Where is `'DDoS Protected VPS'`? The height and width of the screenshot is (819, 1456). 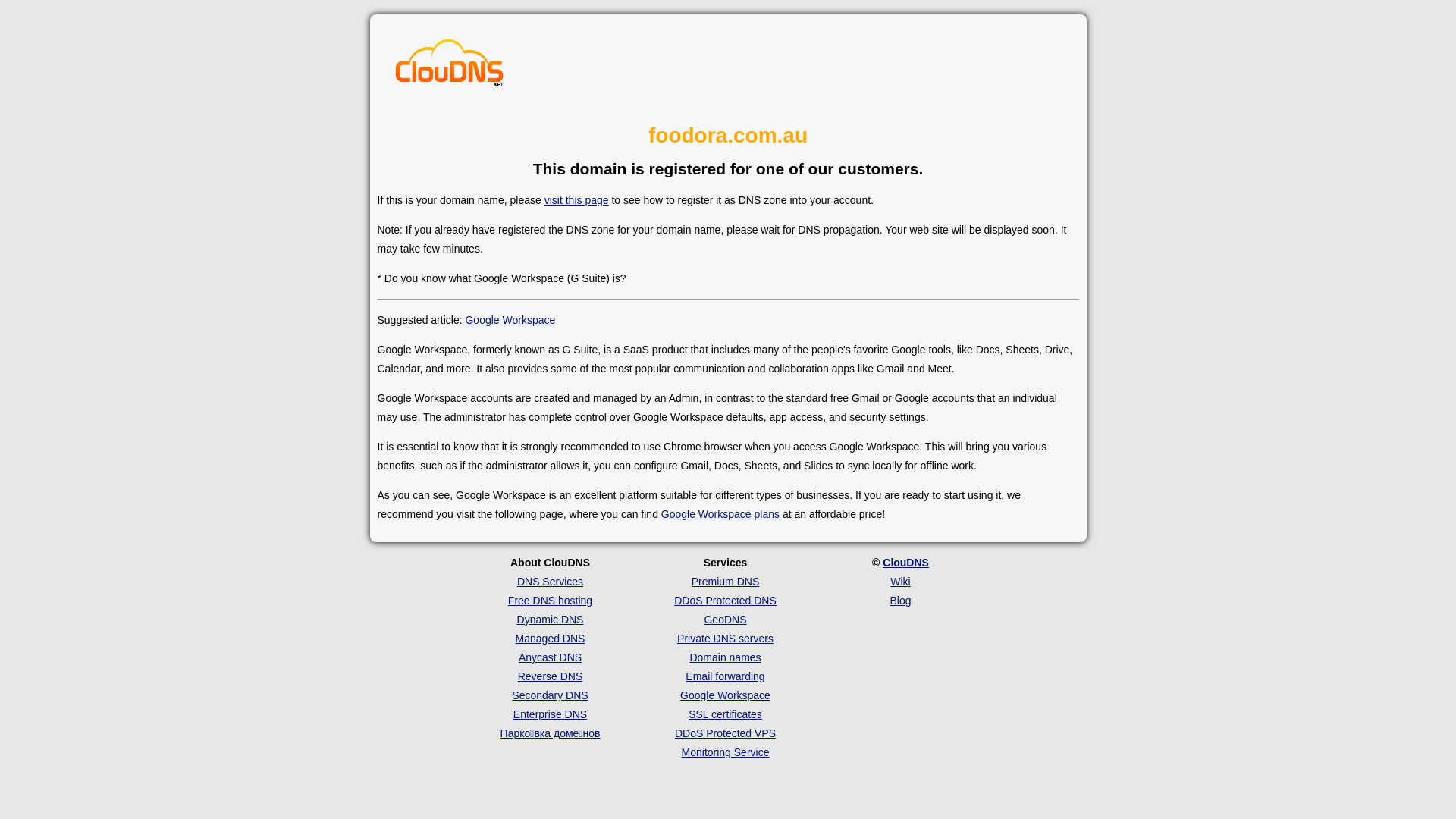 'DDoS Protected VPS' is located at coordinates (724, 733).